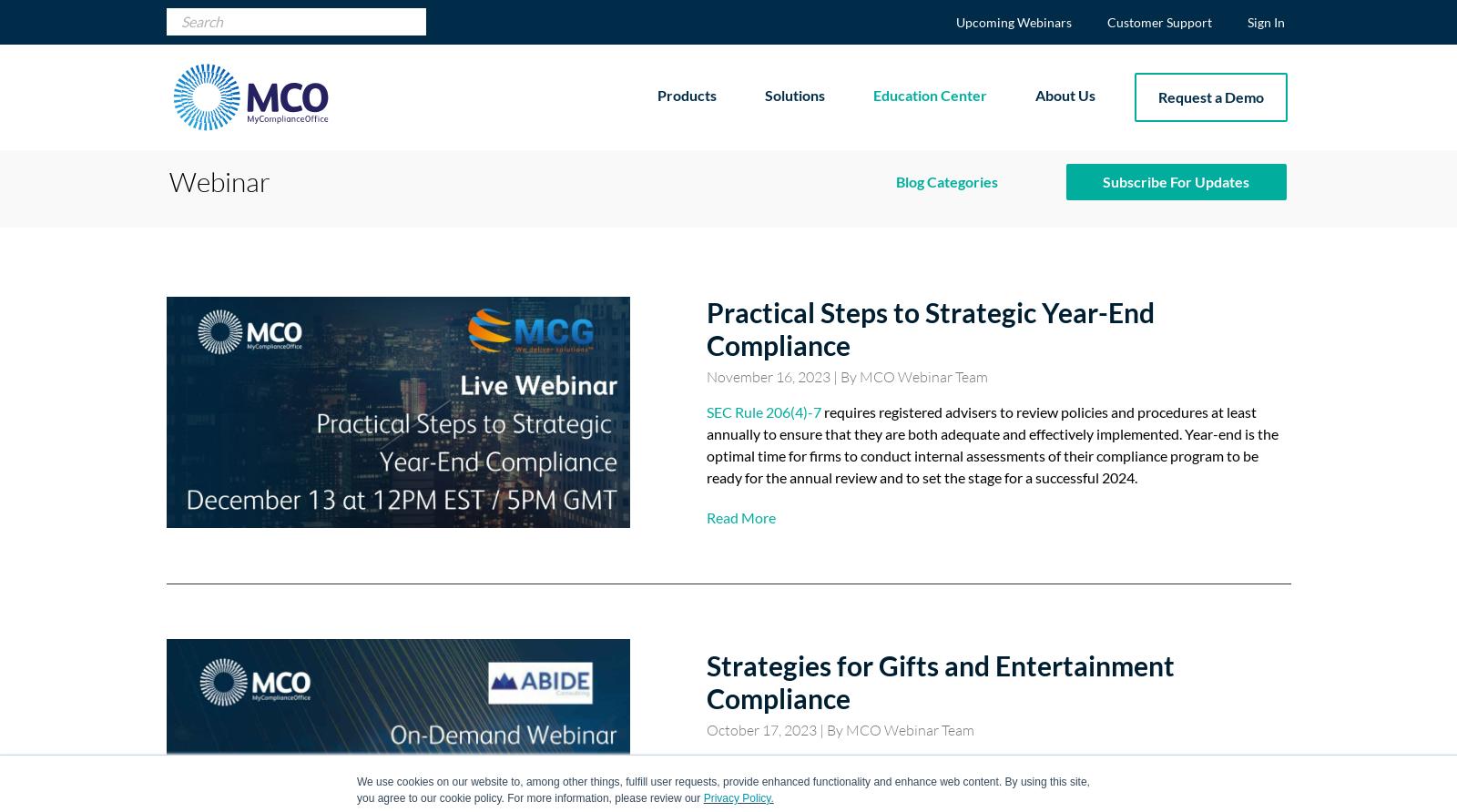 This screenshot has height=812, width=1457. Describe the element at coordinates (712, 764) in the screenshot. I see `'A'` at that location.